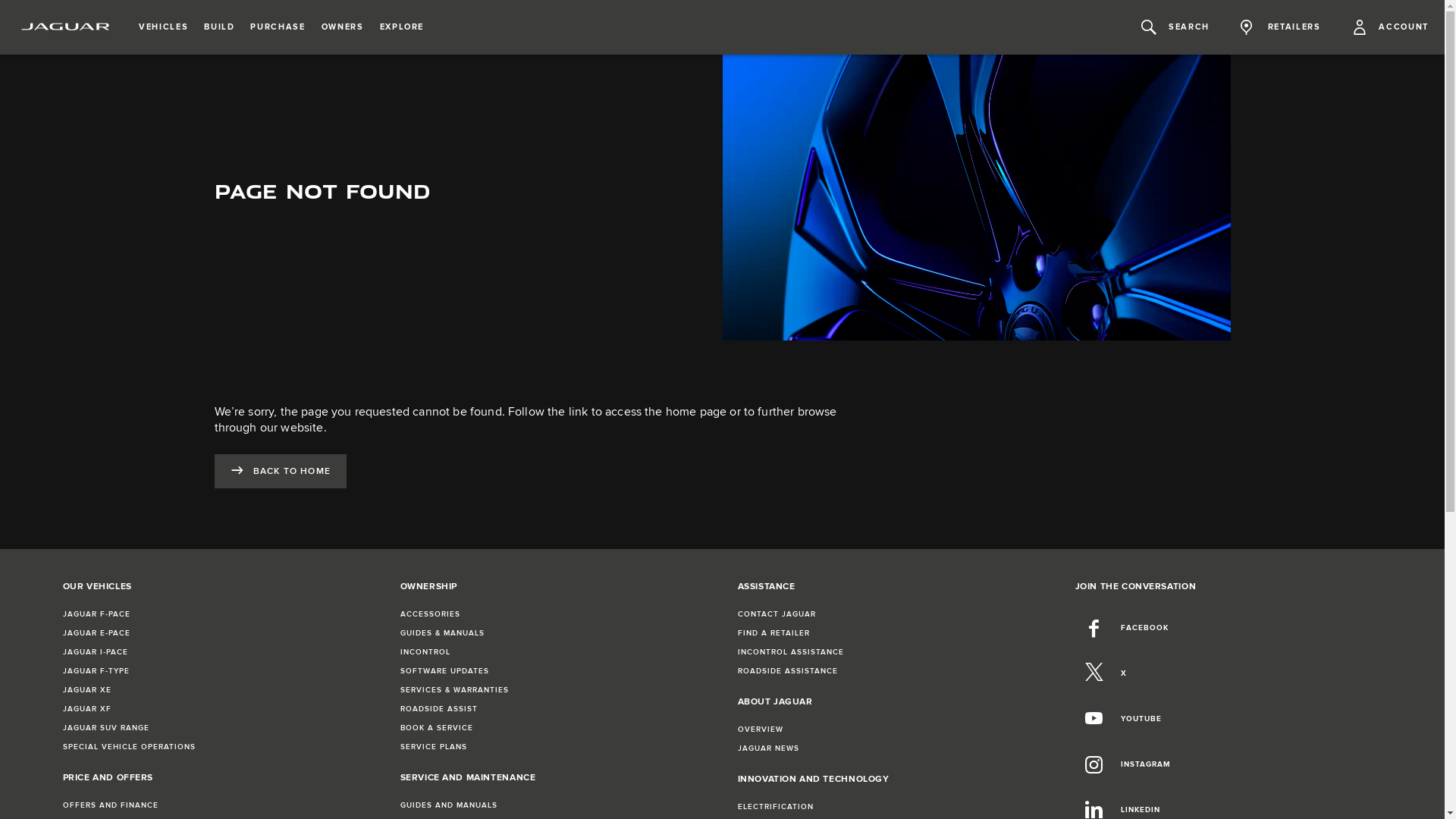 Image resolution: width=1456 pixels, height=819 pixels. Describe the element at coordinates (436, 727) in the screenshot. I see `'BOOK A SERVICE'` at that location.